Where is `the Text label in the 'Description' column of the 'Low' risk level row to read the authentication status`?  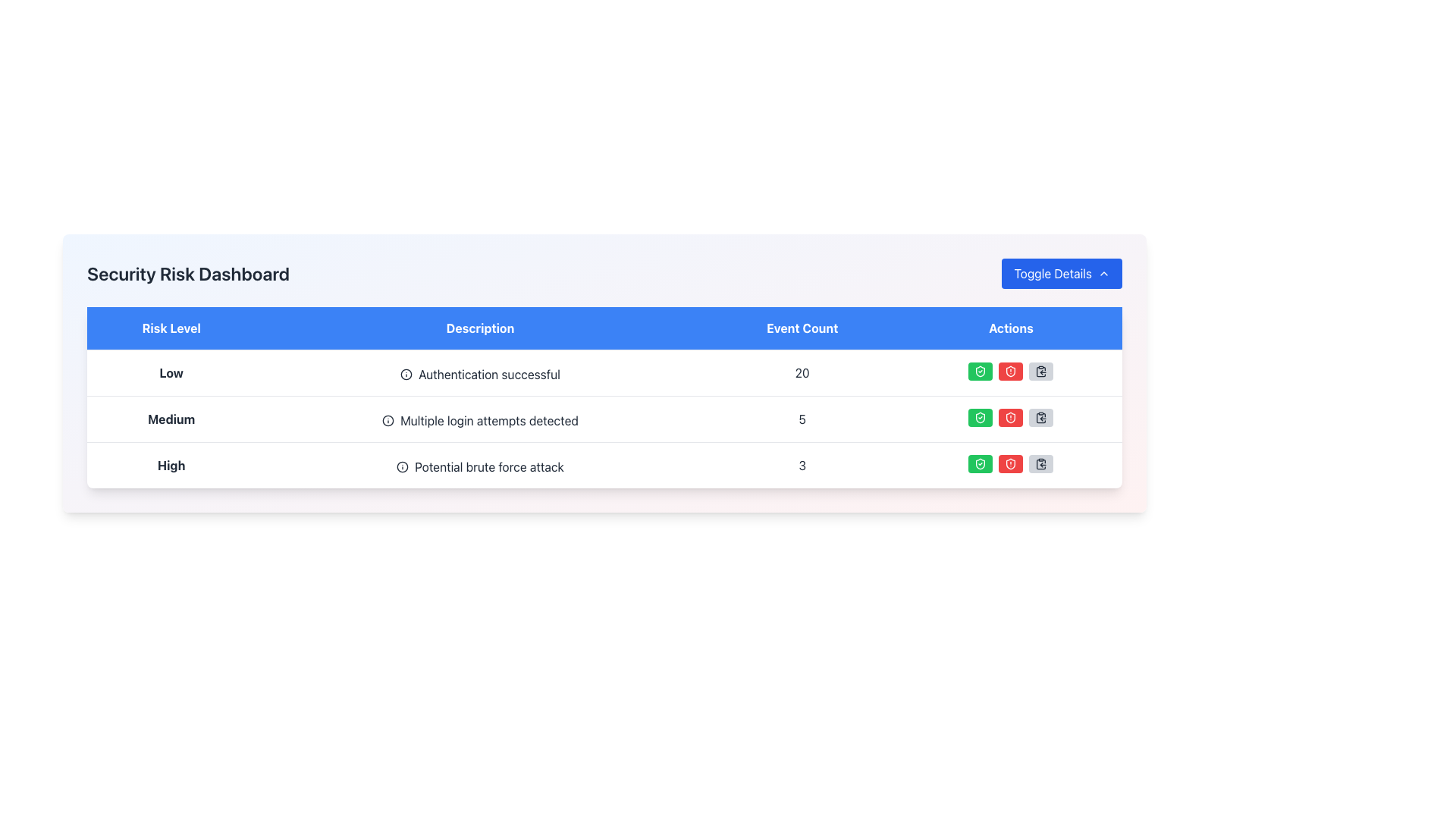 the Text label in the 'Description' column of the 'Low' risk level row to read the authentication status is located at coordinates (479, 374).